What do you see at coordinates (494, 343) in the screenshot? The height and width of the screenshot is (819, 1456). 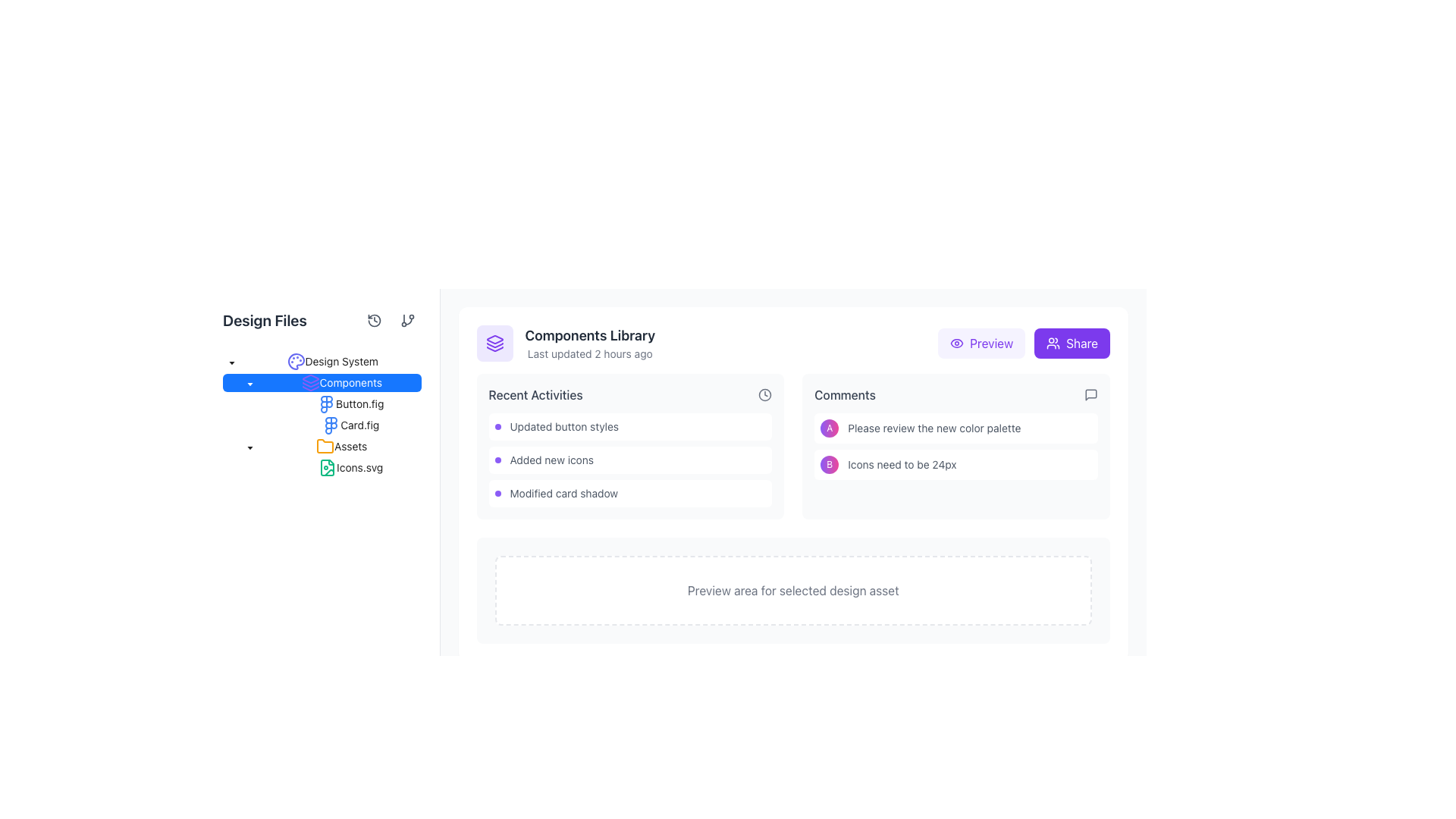 I see `the circular violet button with a white stacked layers icon located next to the 'Components Library' title` at bounding box center [494, 343].